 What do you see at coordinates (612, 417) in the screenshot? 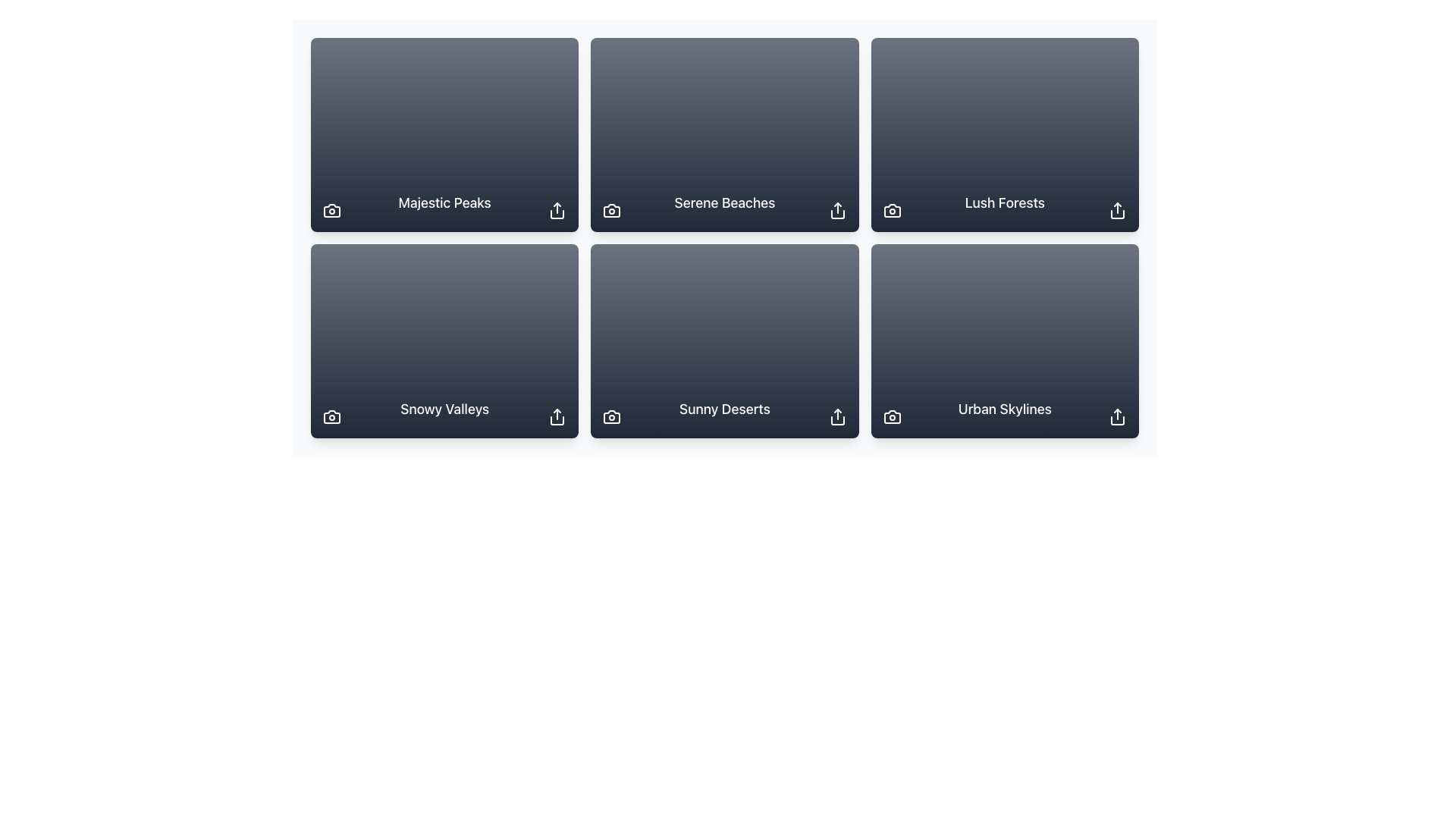
I see `the camera icon located in the lower-left corner of the card labeled 'Sunny Deserts' which is styled in dark blue or black` at bounding box center [612, 417].